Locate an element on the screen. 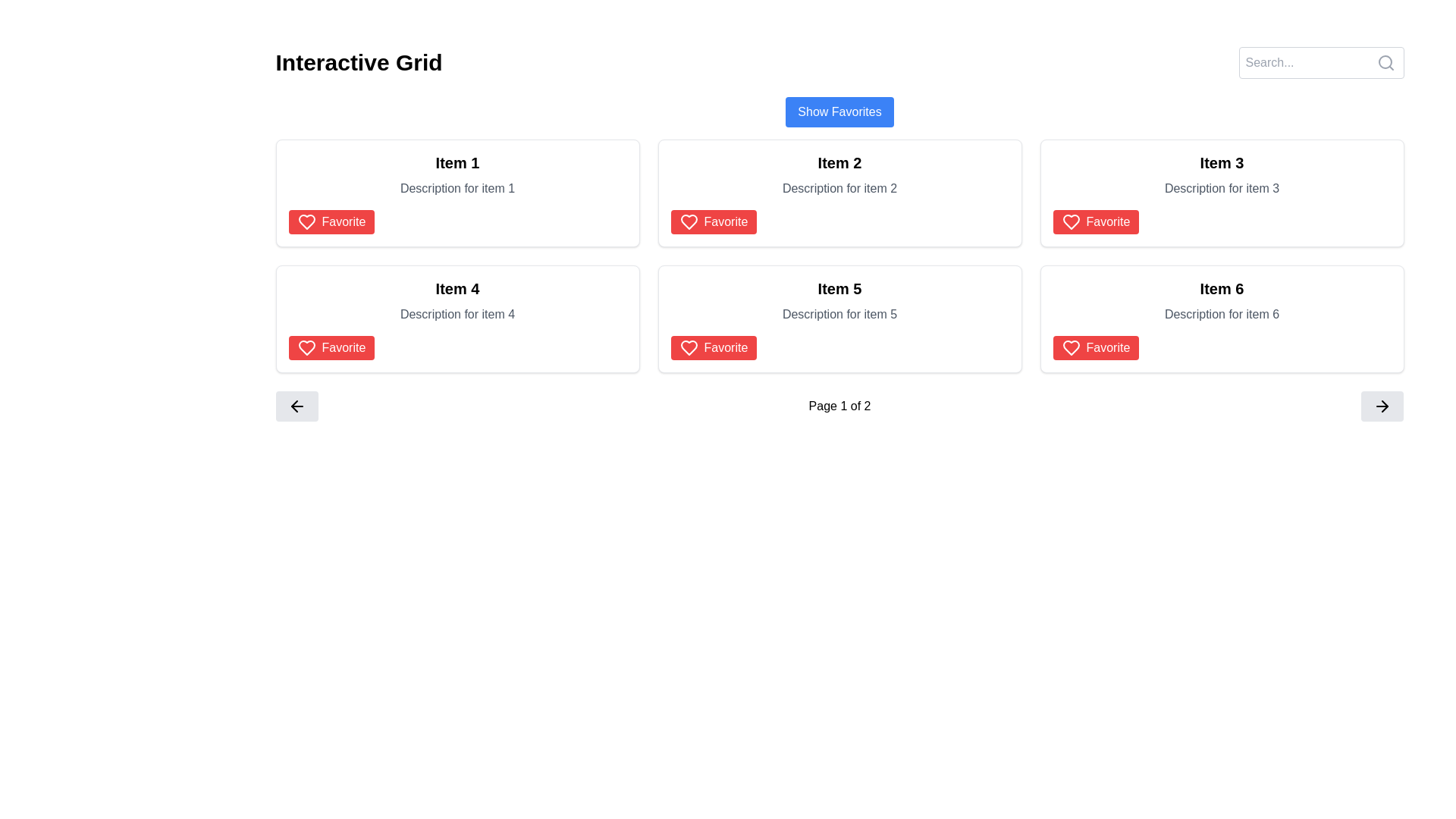 This screenshot has height=819, width=1456. the Heart-shaped icon located near the bottom-left corner of the card for 'Item 6' in the second row of the grid layout, adjacent to the label 'Favorite.' is located at coordinates (1070, 348).